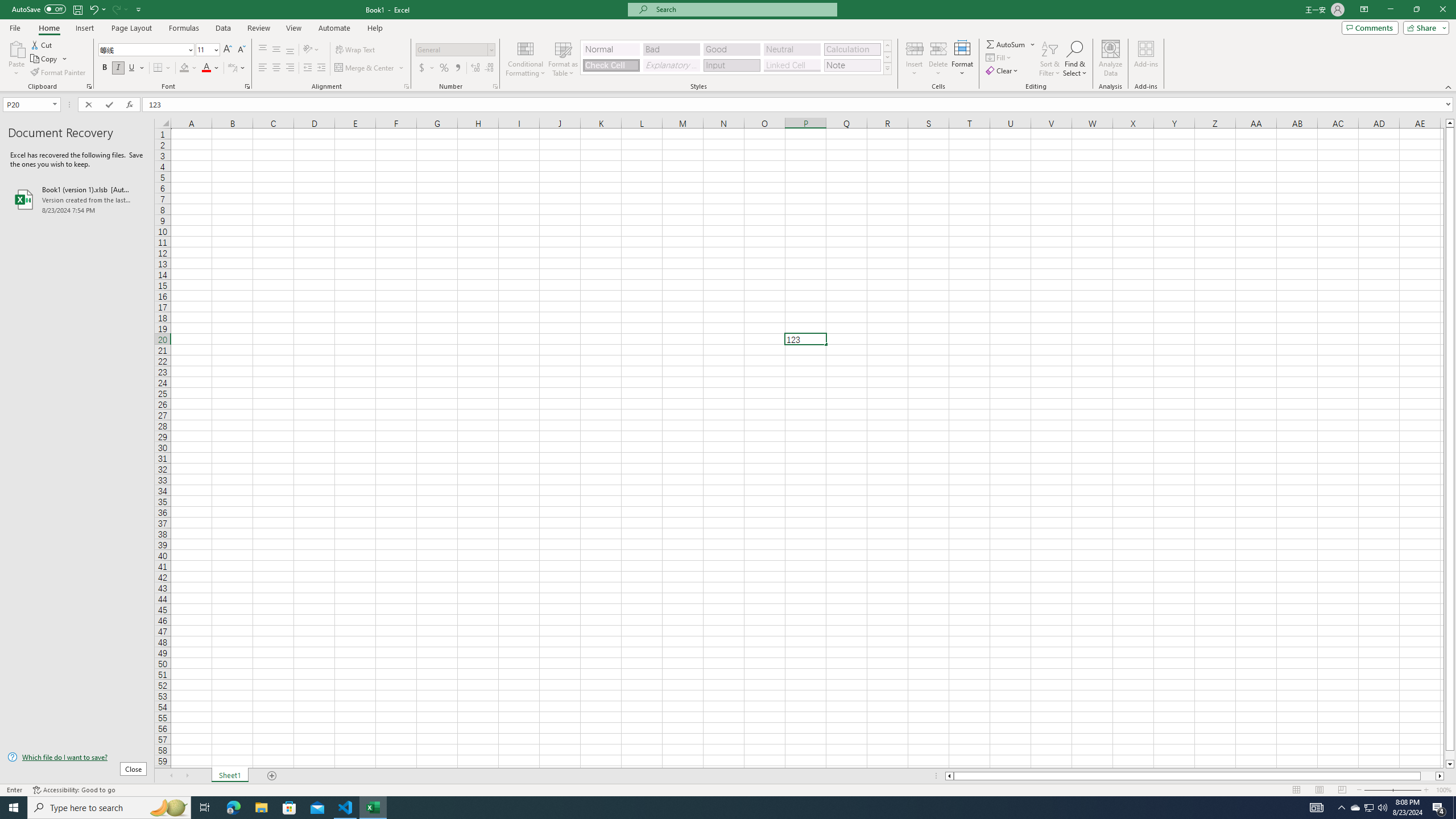 The image size is (1456, 819). I want to click on 'Decrease Decimal', so click(489, 67).